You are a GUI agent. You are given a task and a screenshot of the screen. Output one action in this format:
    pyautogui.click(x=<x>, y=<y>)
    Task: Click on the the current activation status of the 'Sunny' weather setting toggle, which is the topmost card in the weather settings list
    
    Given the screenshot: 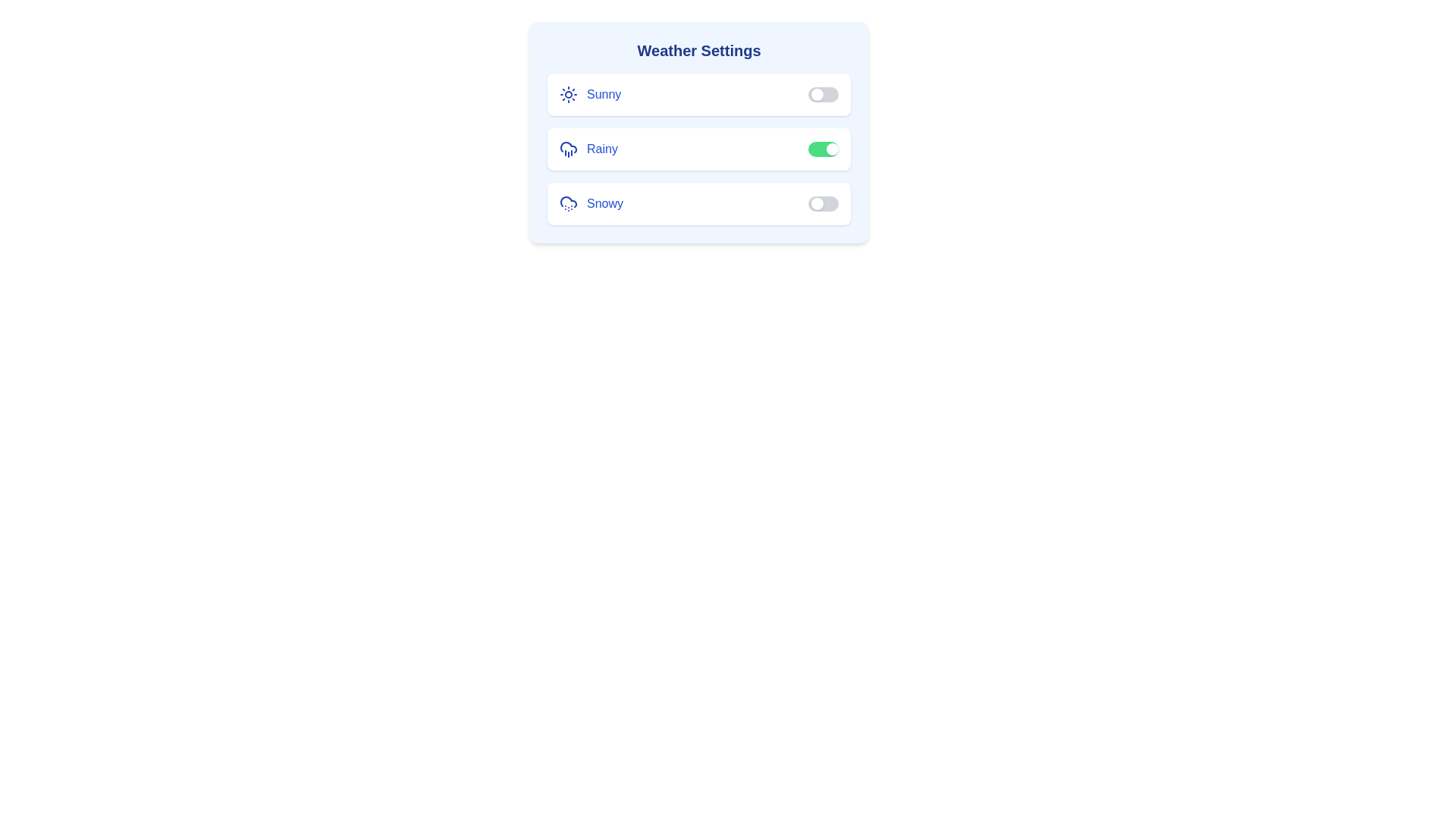 What is the action you would take?
    pyautogui.click(x=698, y=94)
    